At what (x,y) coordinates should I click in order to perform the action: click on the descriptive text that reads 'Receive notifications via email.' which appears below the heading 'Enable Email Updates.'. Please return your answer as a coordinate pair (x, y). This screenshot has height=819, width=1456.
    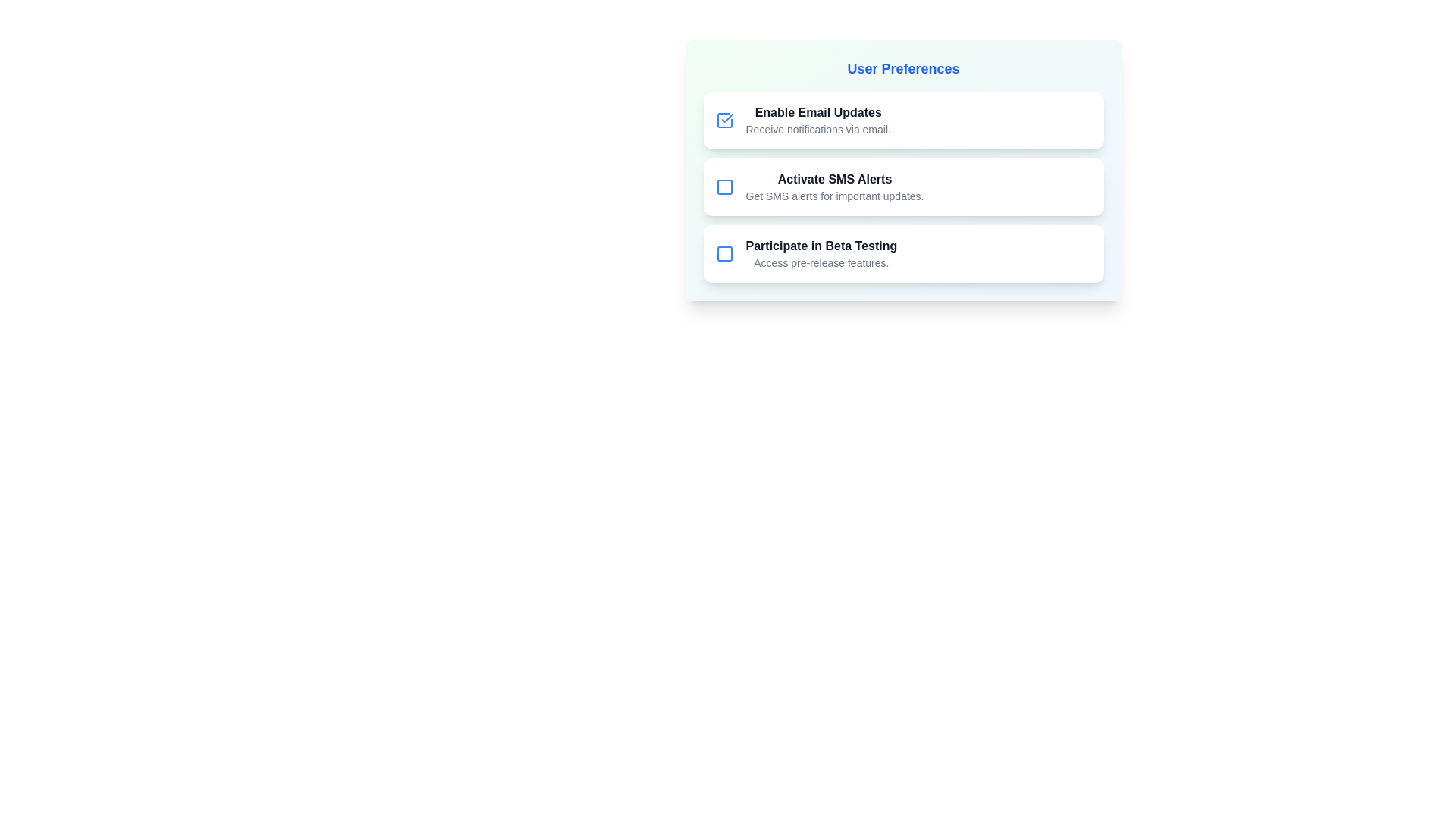
    Looking at the image, I should click on (817, 128).